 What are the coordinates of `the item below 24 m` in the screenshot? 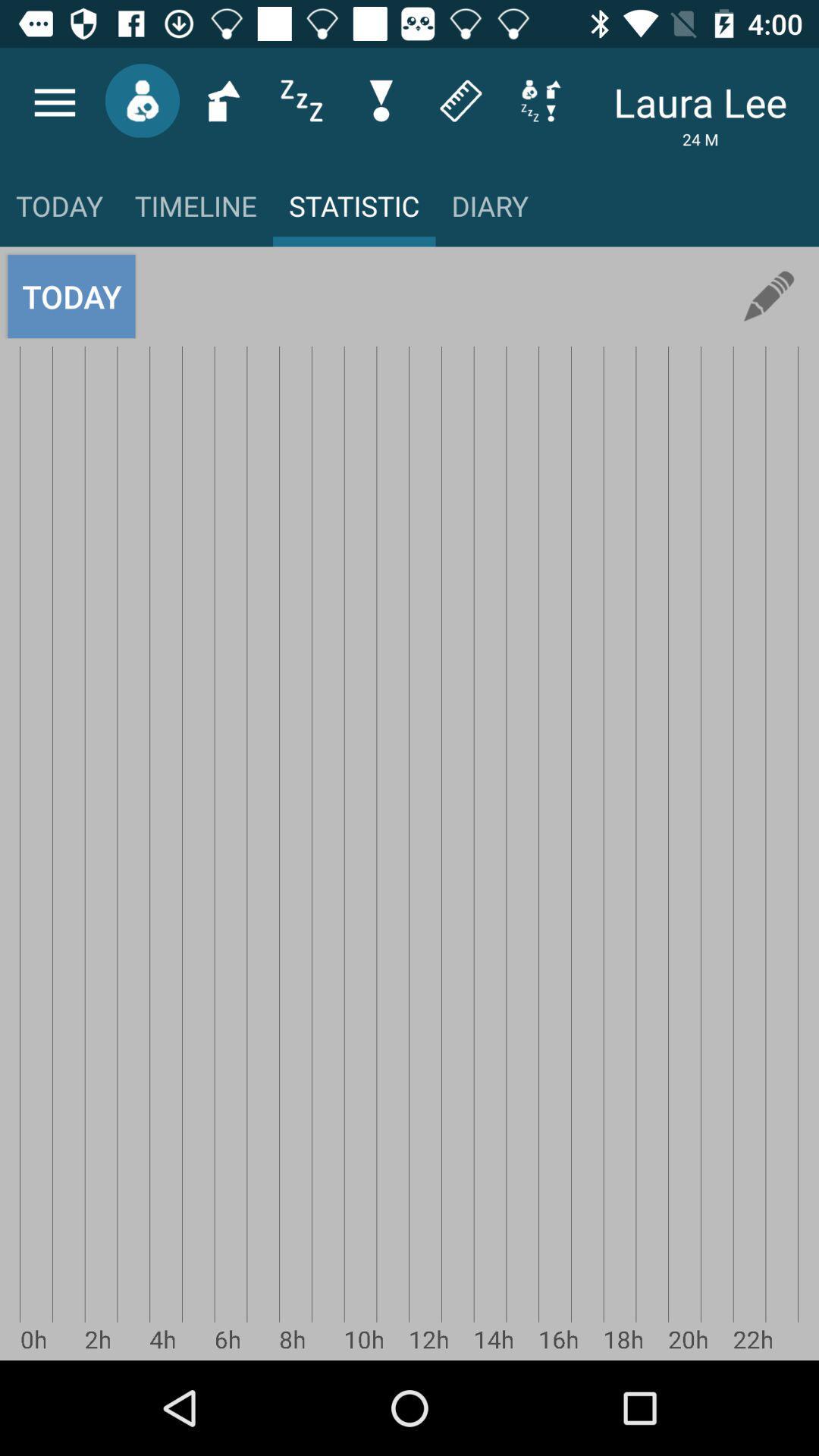 It's located at (769, 297).